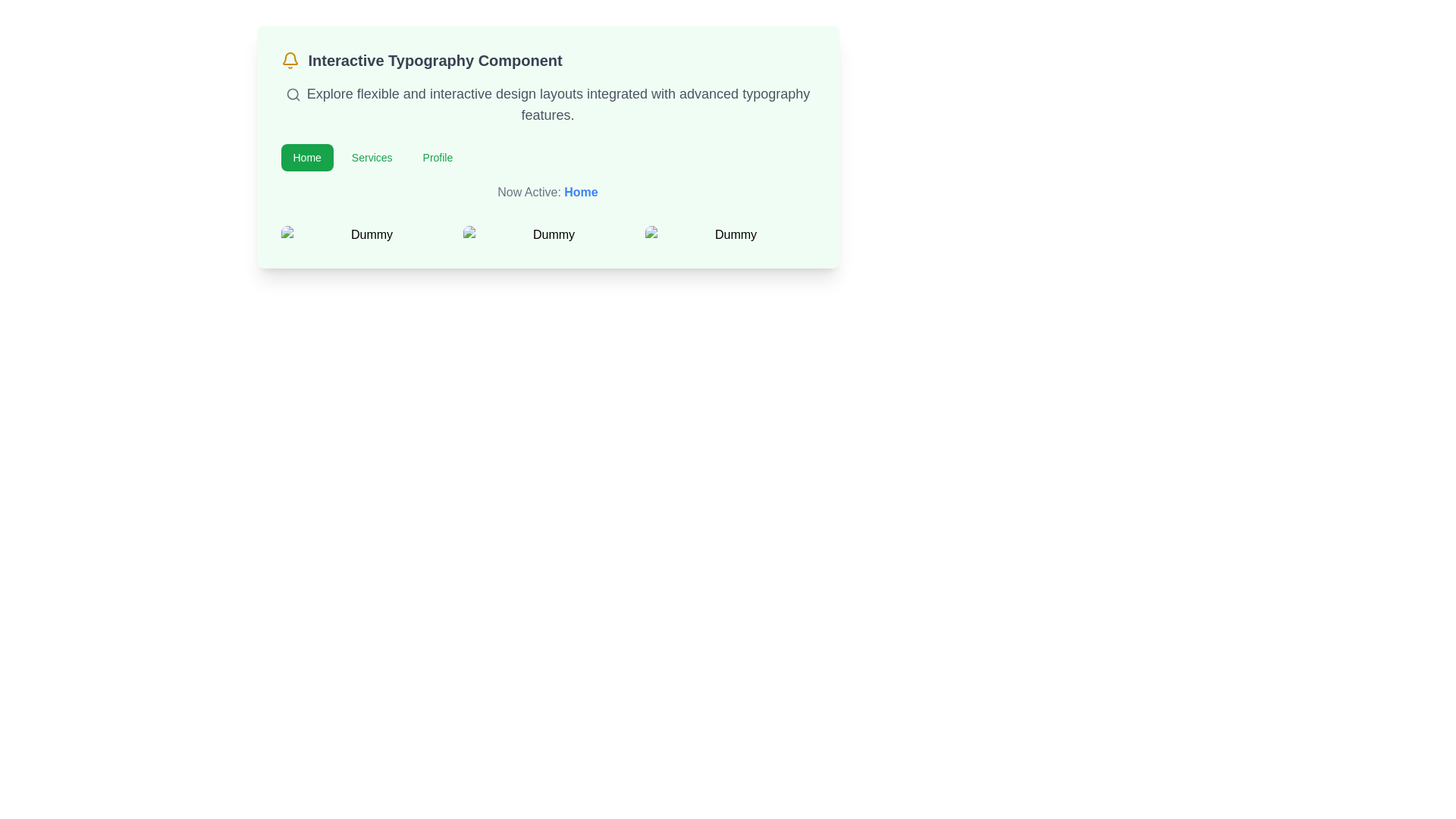 This screenshot has width=1456, height=819. I want to click on the lower curved part of the yellow bell-shaped icon in the top-left corner of the card, which symbolizes alerts or notifications, so click(290, 58).